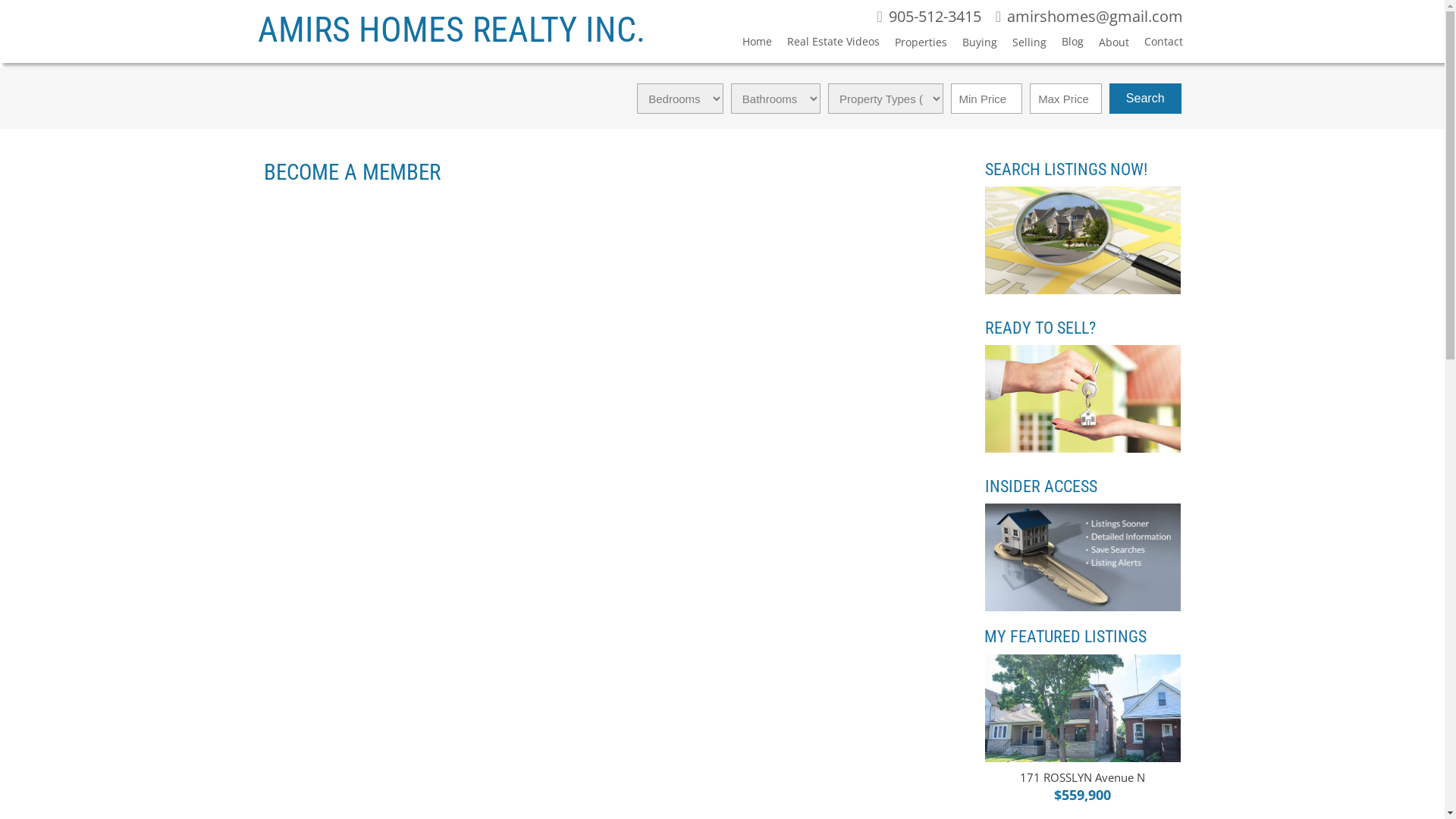 This screenshot has height=819, width=1456. What do you see at coordinates (912, 44) in the screenshot?
I see `'Properties'` at bounding box center [912, 44].